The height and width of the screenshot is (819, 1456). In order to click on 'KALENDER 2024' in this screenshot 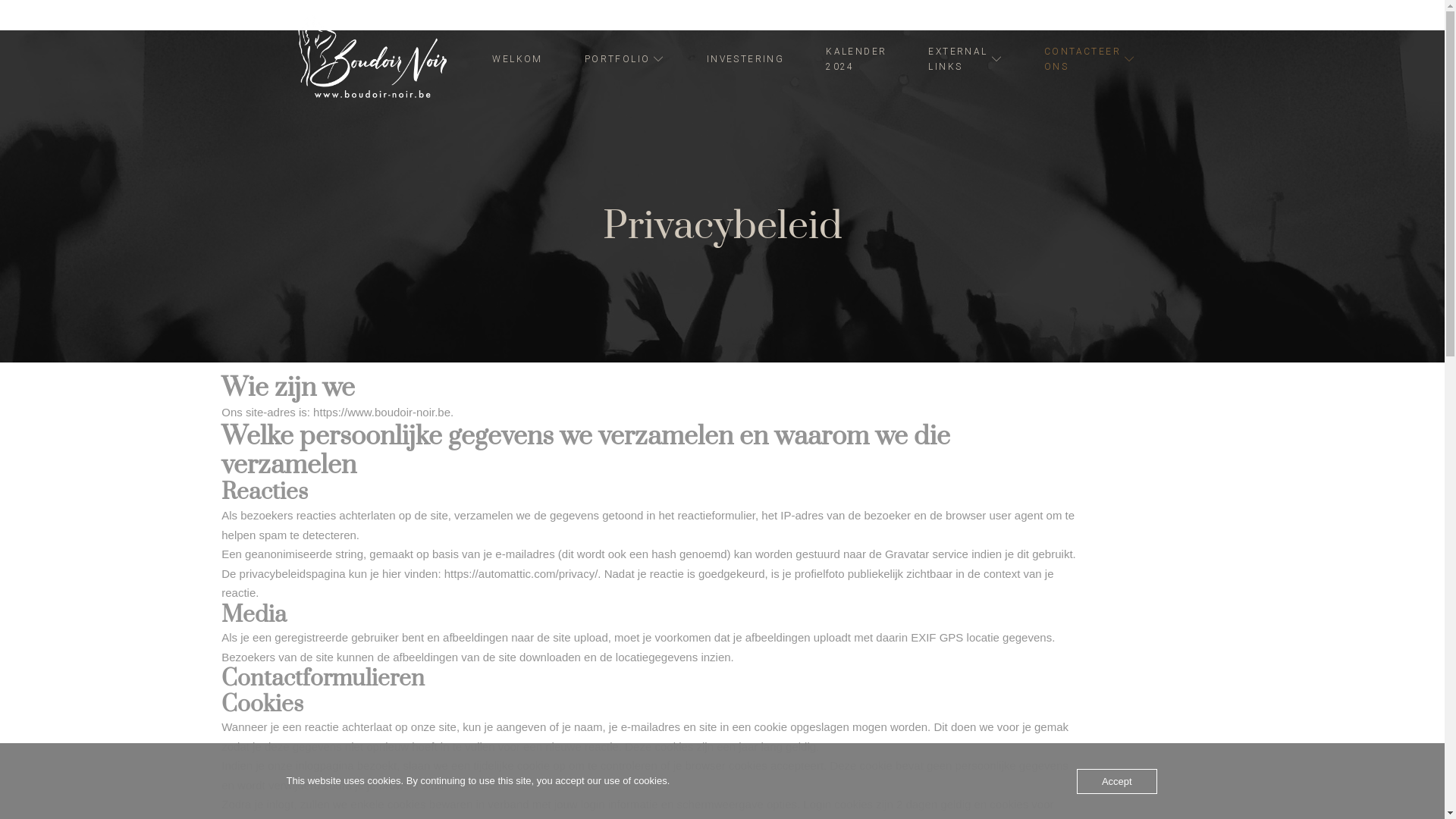, I will do `click(846, 58)`.